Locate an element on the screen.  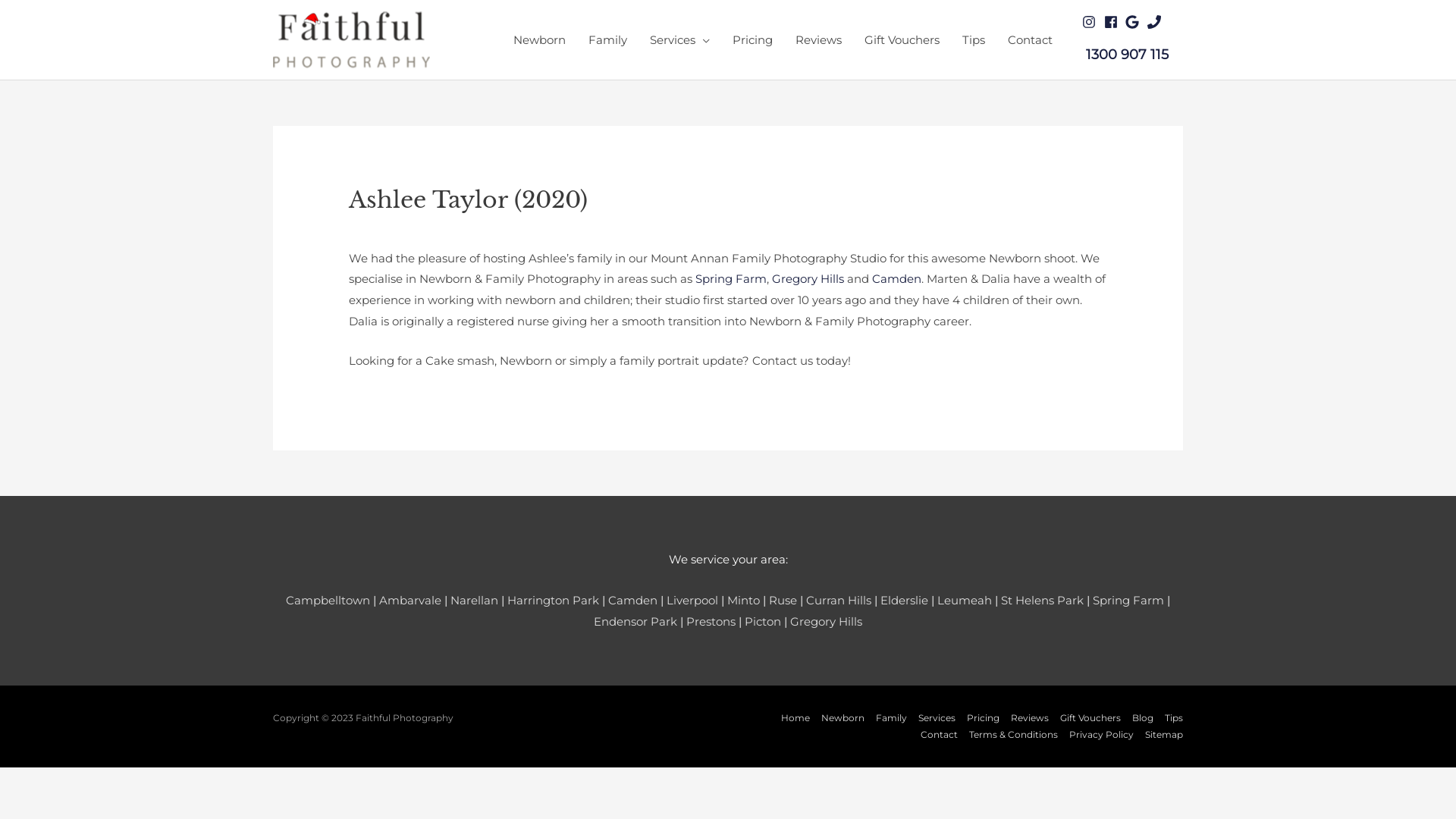
'1300 907 115' is located at coordinates (1084, 52).